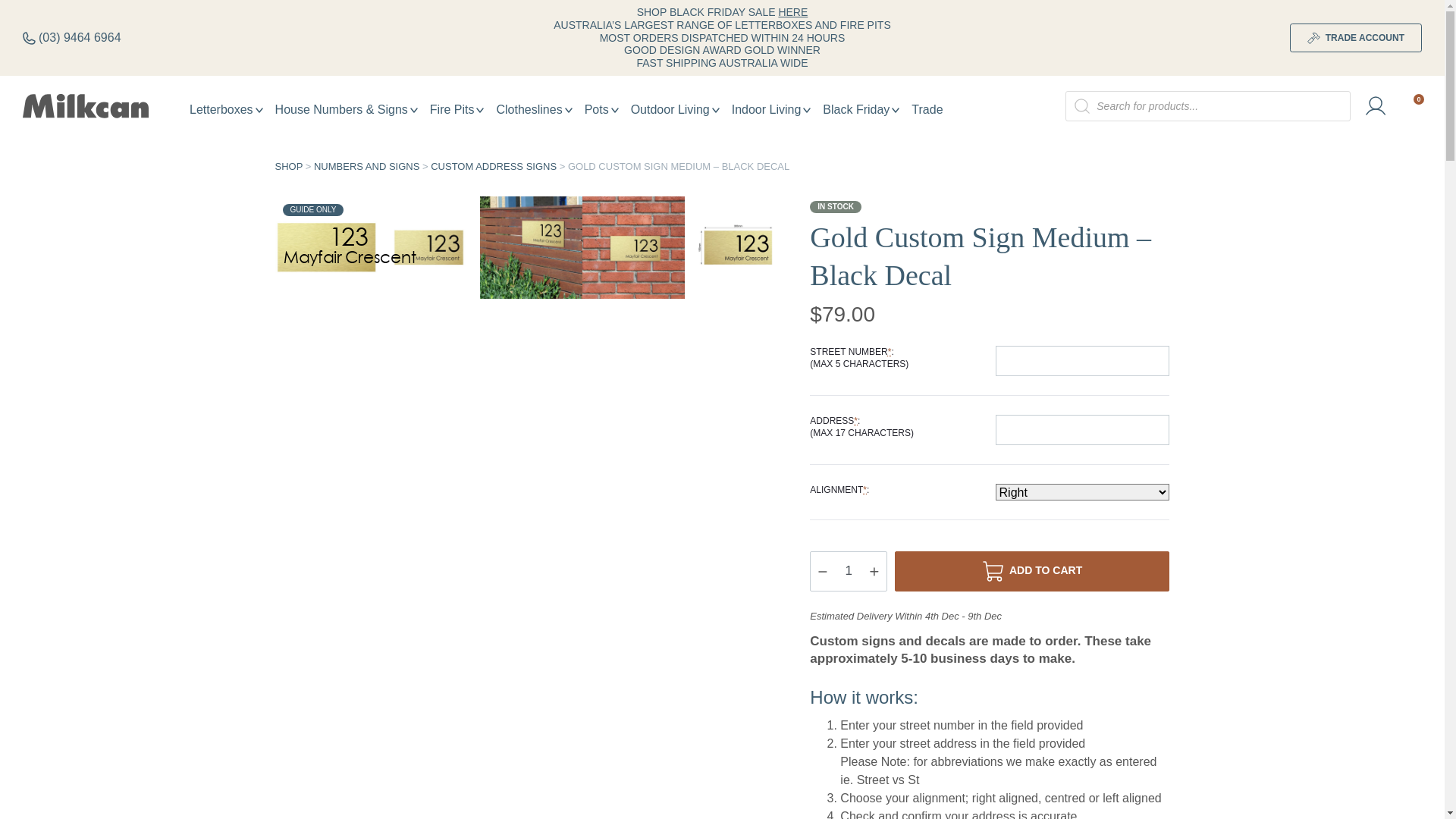 This screenshot has height=819, width=1456. I want to click on 'HERE', so click(792, 11).